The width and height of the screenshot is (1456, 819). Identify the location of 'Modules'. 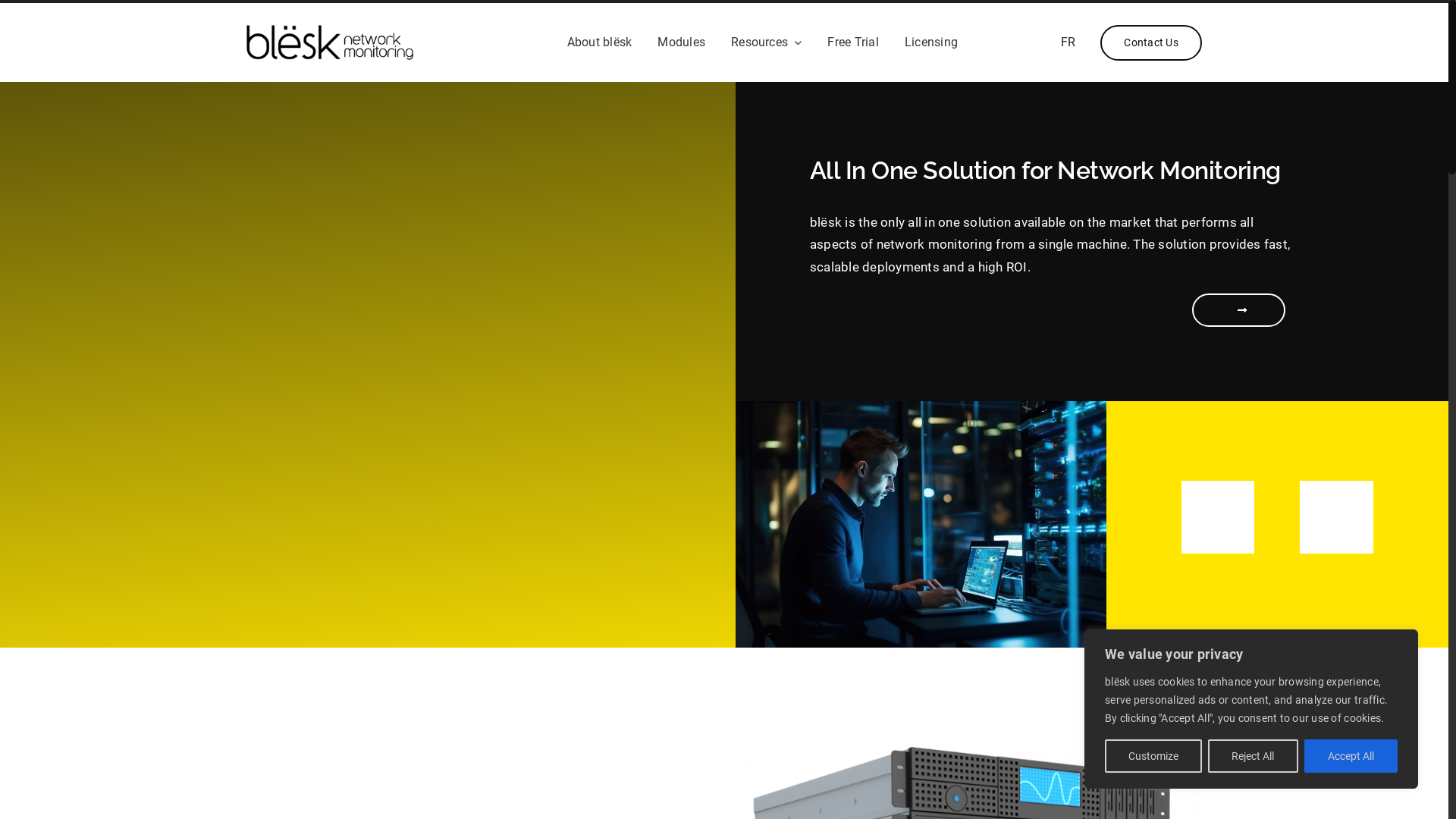
(680, 42).